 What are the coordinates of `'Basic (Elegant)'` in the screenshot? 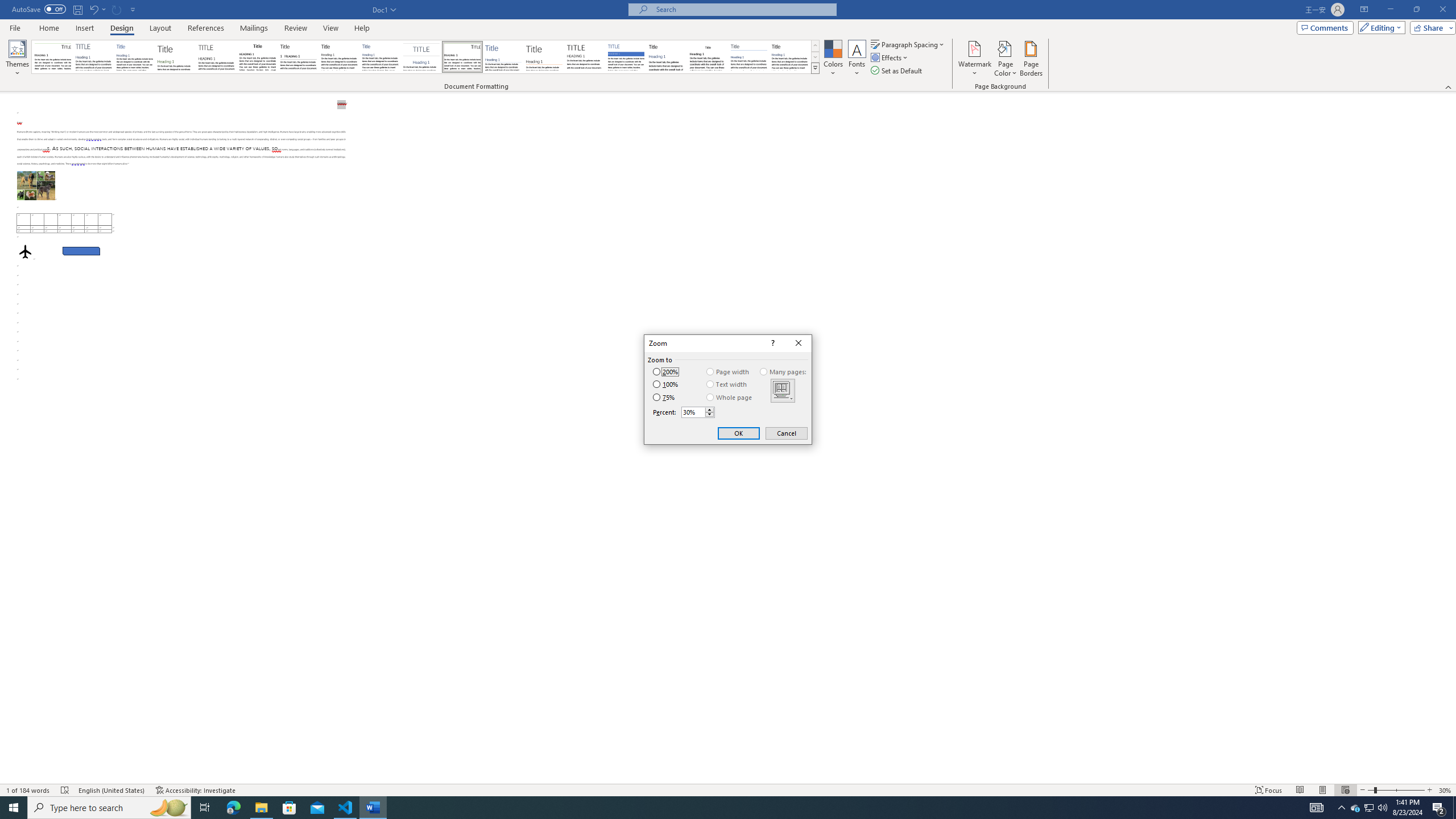 It's located at (93, 56).